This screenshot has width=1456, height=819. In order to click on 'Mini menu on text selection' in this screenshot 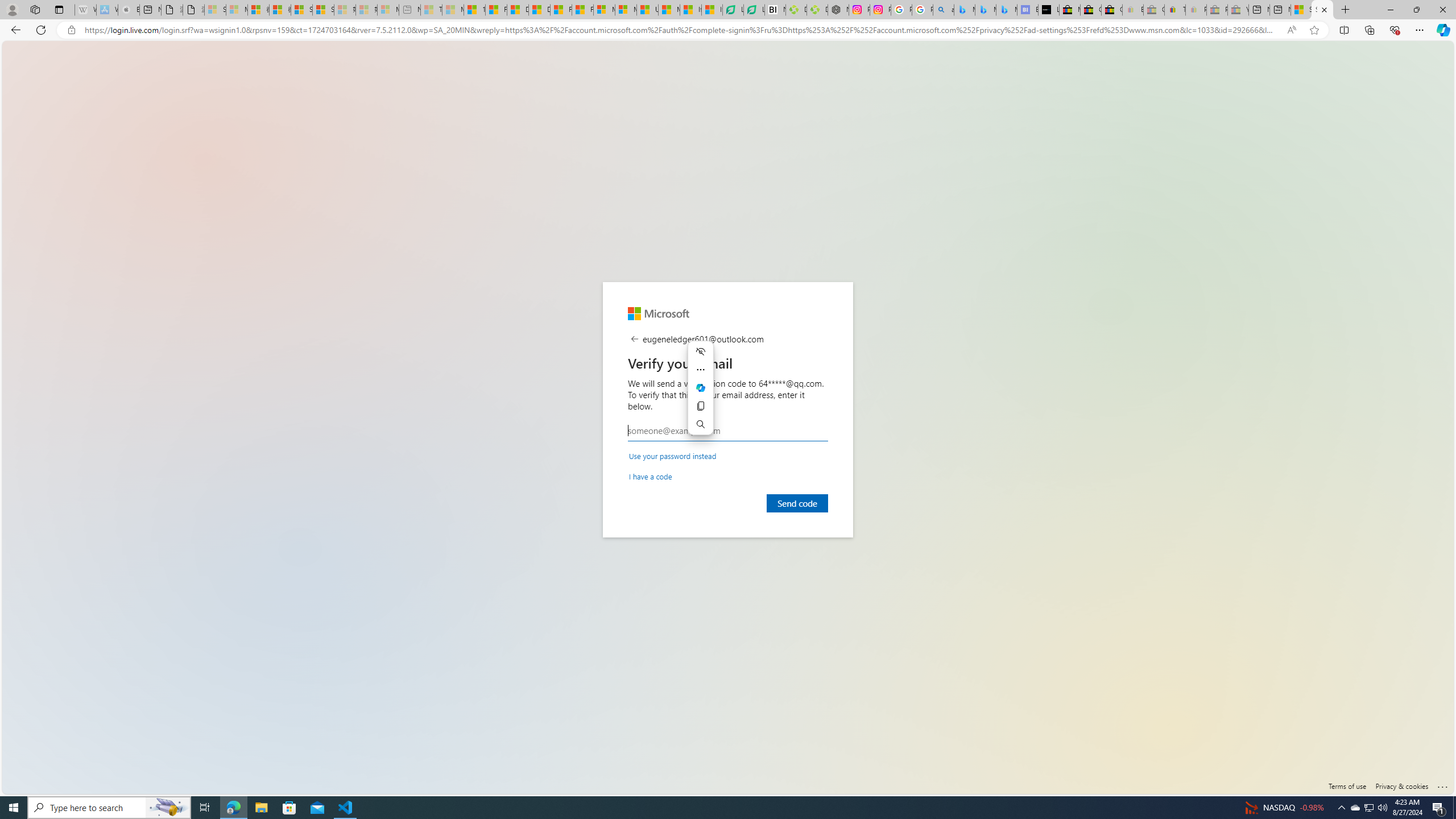, I will do `click(700, 394)`.